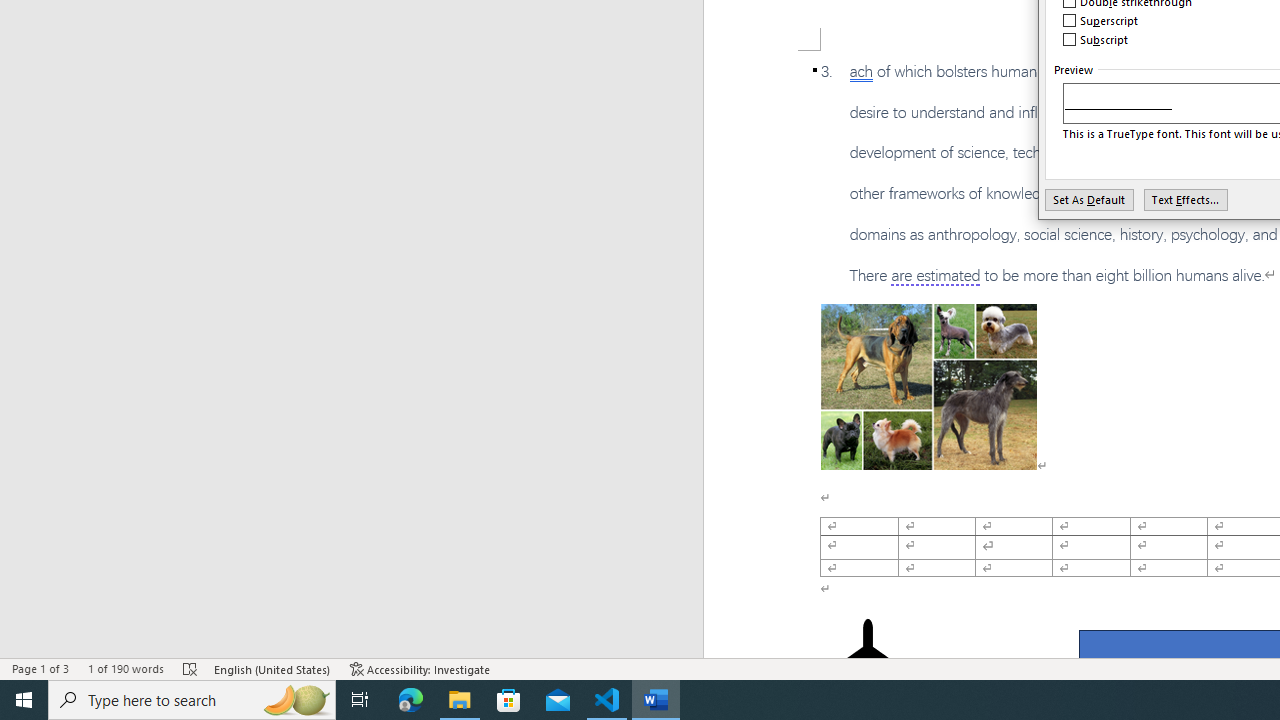 Image resolution: width=1280 pixels, height=720 pixels. I want to click on 'Subscript', so click(1095, 39).